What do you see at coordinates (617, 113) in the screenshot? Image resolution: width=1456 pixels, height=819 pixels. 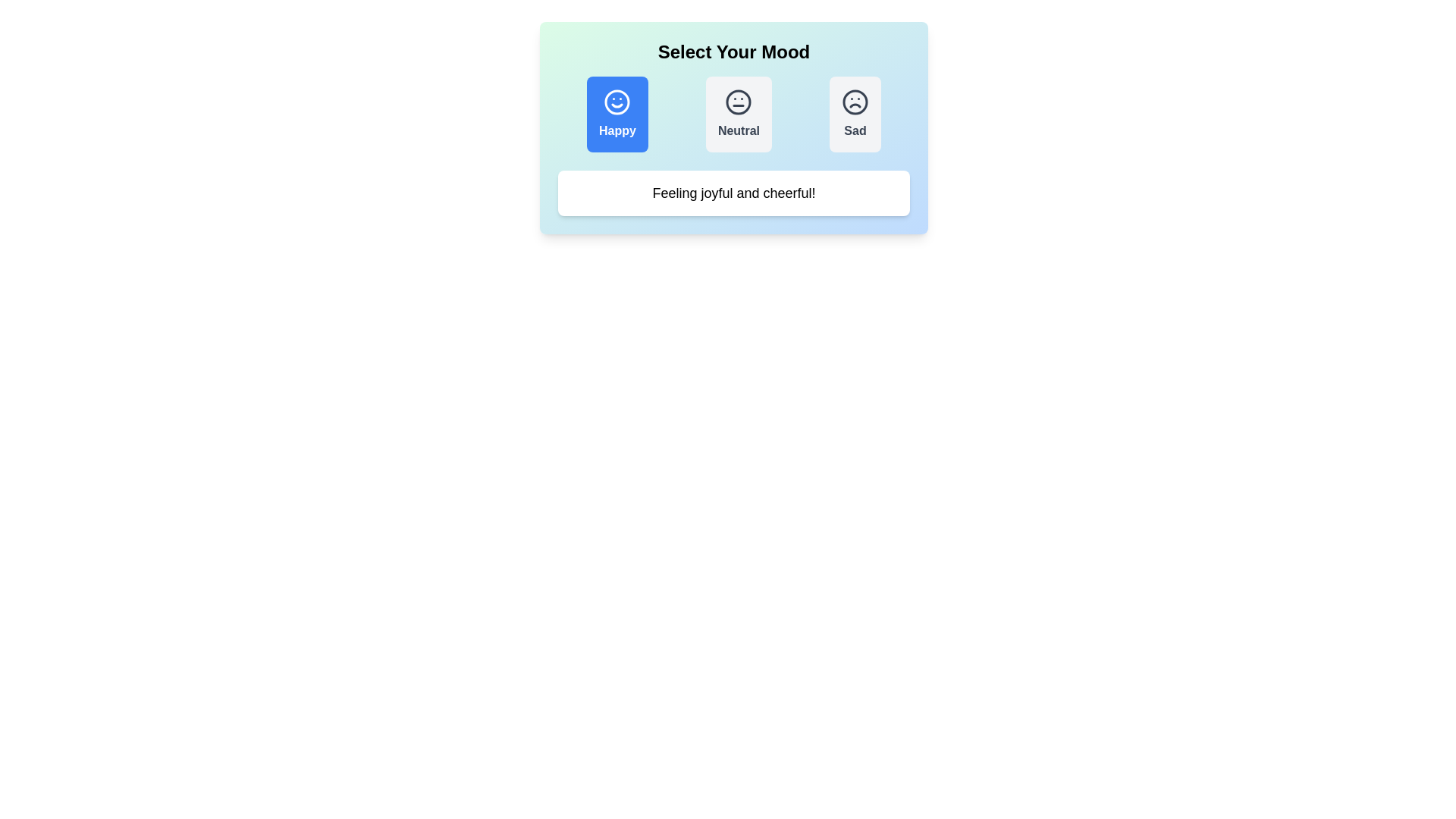 I see `the mood Happy by clicking on the respective button` at bounding box center [617, 113].